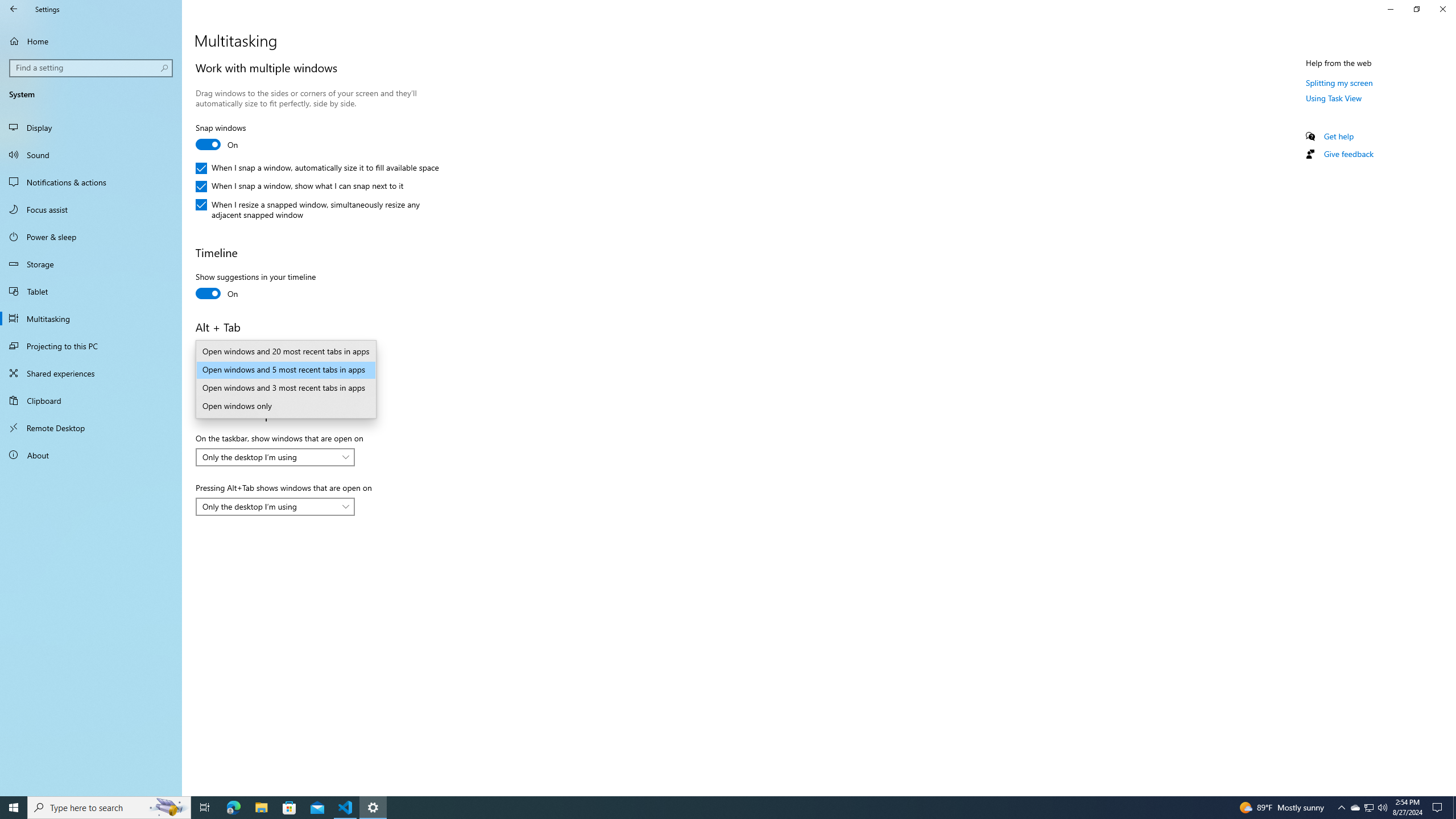  What do you see at coordinates (1339, 82) in the screenshot?
I see `'Splitting my screen'` at bounding box center [1339, 82].